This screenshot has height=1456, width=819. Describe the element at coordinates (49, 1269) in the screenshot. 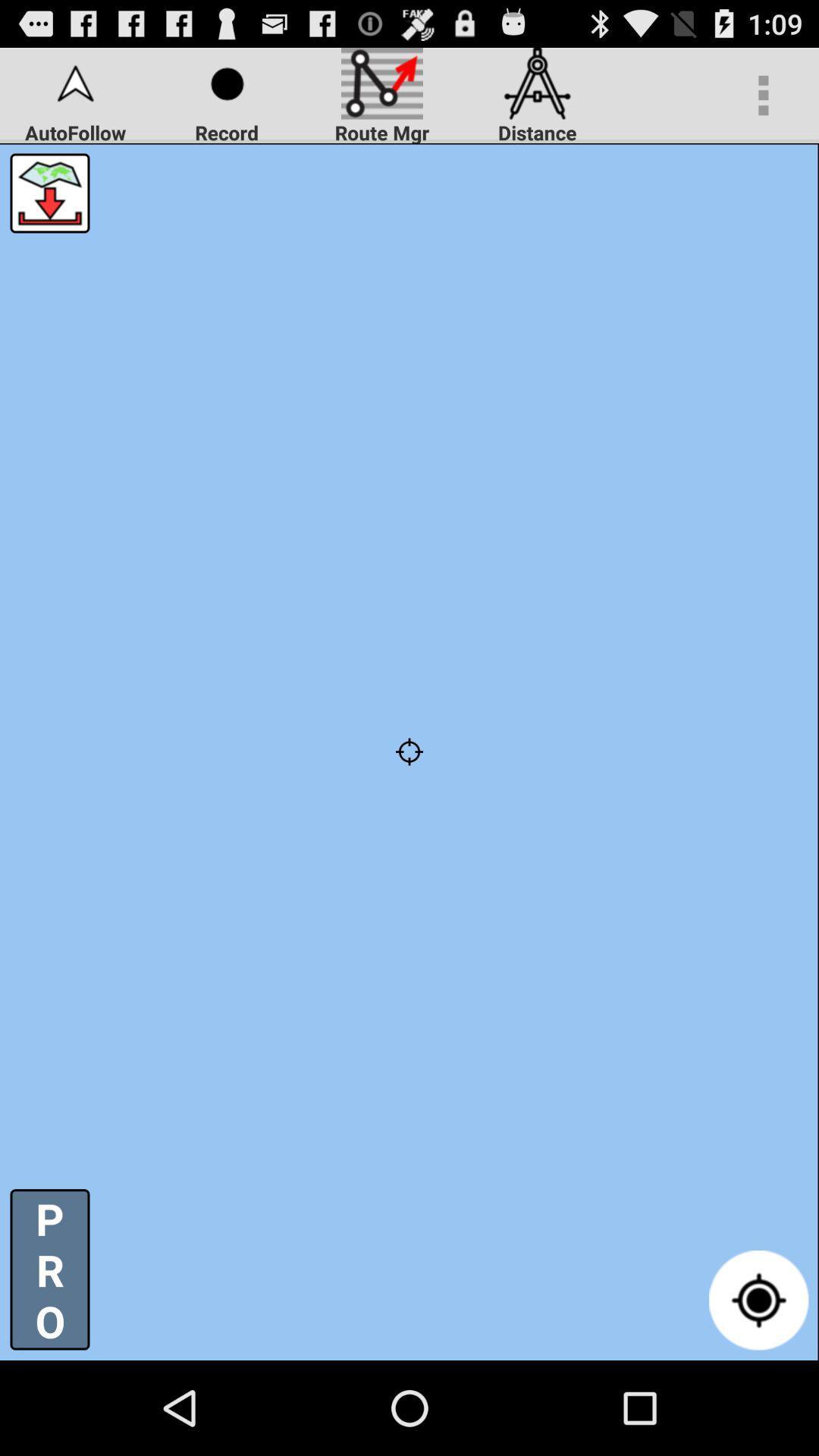

I see `p` at that location.